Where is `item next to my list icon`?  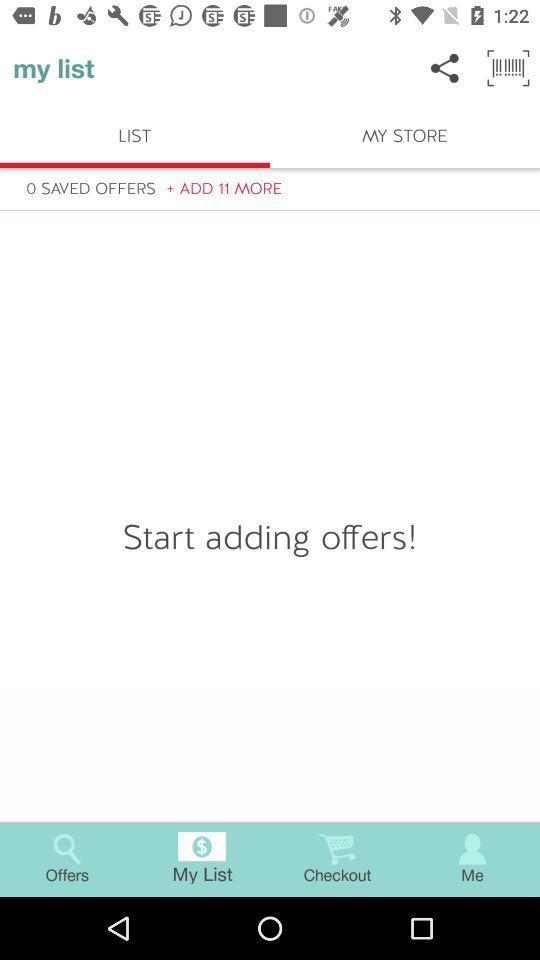
item next to my list icon is located at coordinates (445, 68).